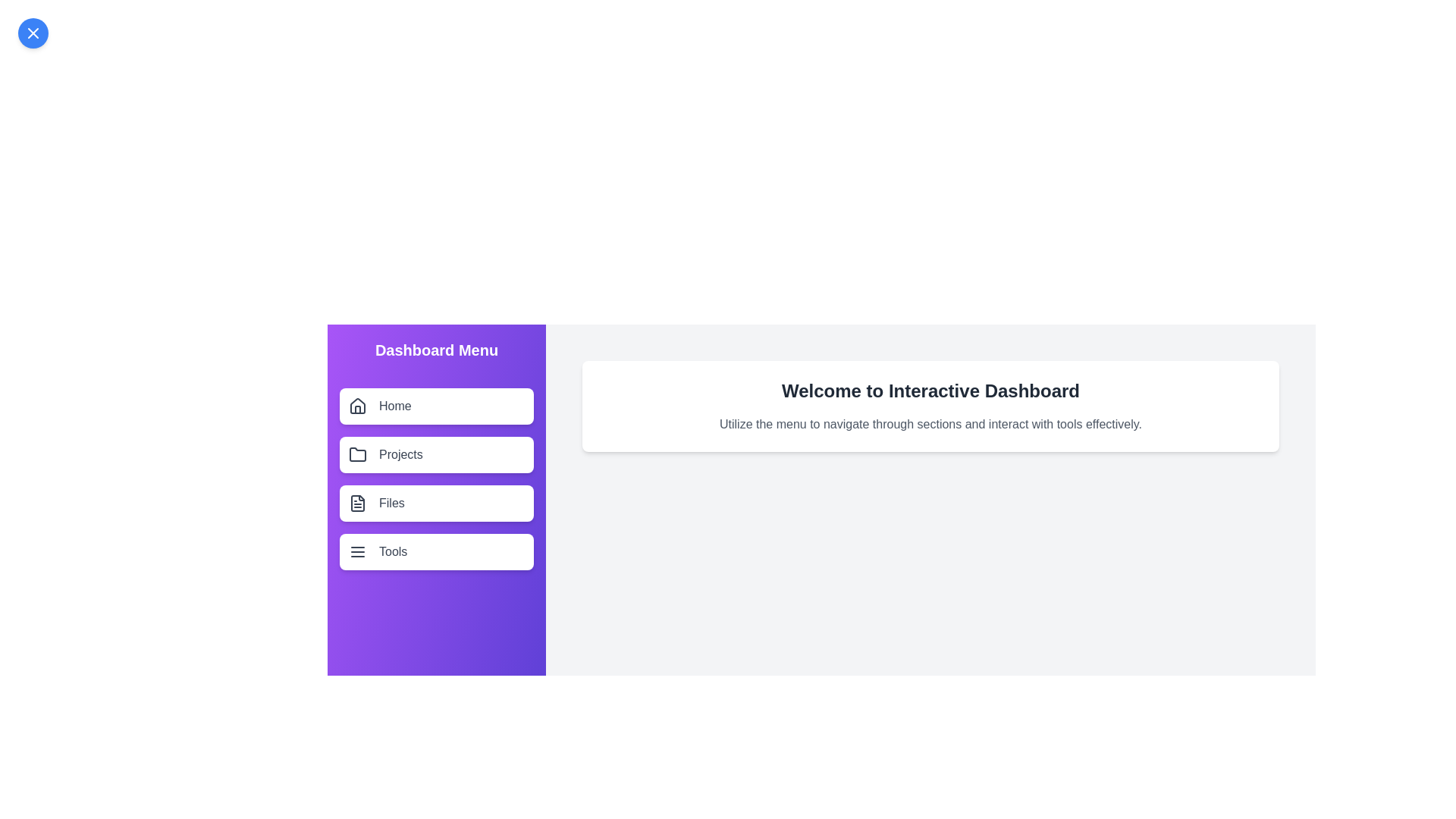 The width and height of the screenshot is (1456, 819). Describe the element at coordinates (33, 33) in the screenshot. I see `top-left button to toggle the side menu visibility` at that location.